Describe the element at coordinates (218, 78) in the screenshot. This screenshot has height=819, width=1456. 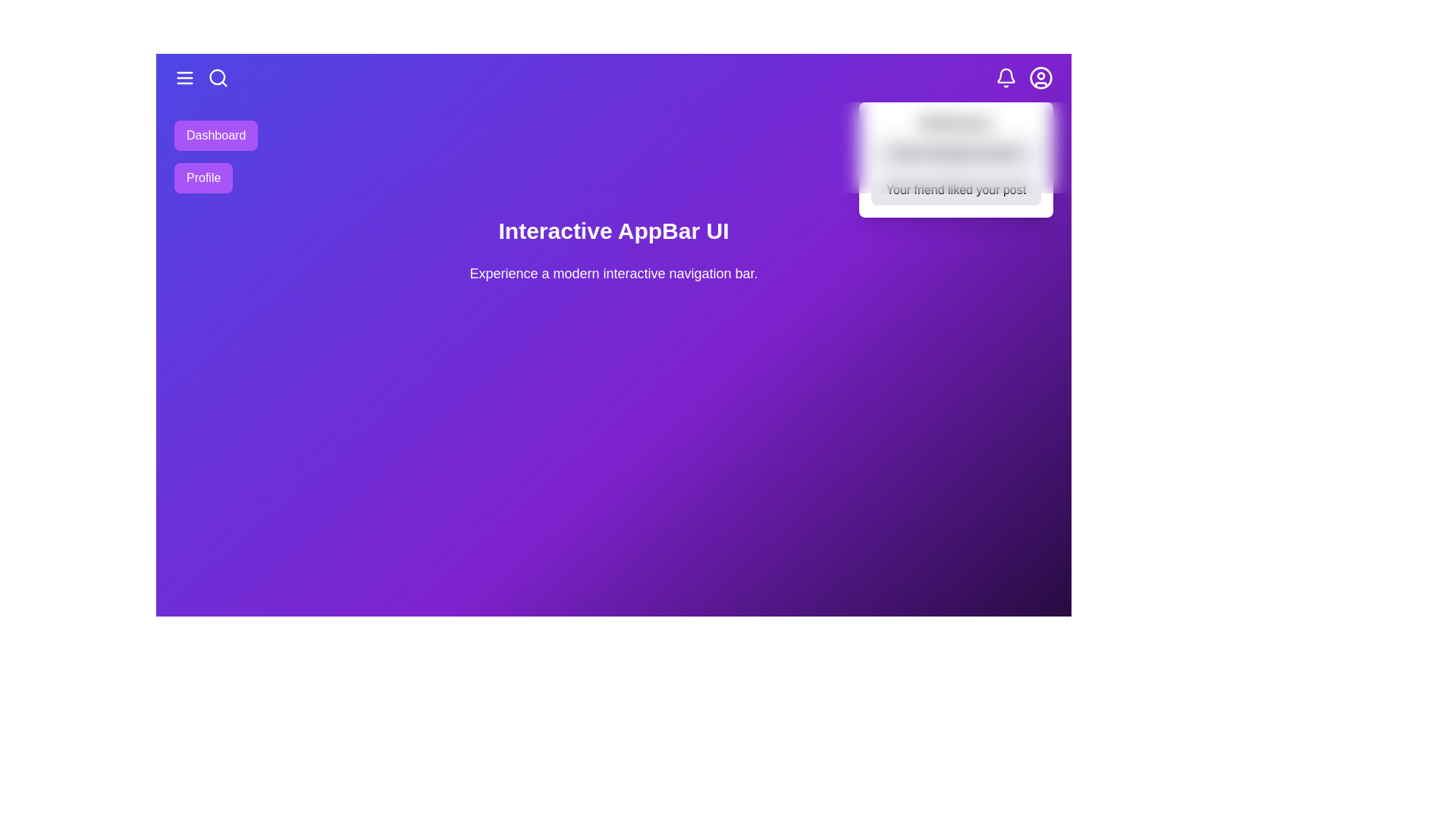
I see `the search icon to initiate a search` at that location.